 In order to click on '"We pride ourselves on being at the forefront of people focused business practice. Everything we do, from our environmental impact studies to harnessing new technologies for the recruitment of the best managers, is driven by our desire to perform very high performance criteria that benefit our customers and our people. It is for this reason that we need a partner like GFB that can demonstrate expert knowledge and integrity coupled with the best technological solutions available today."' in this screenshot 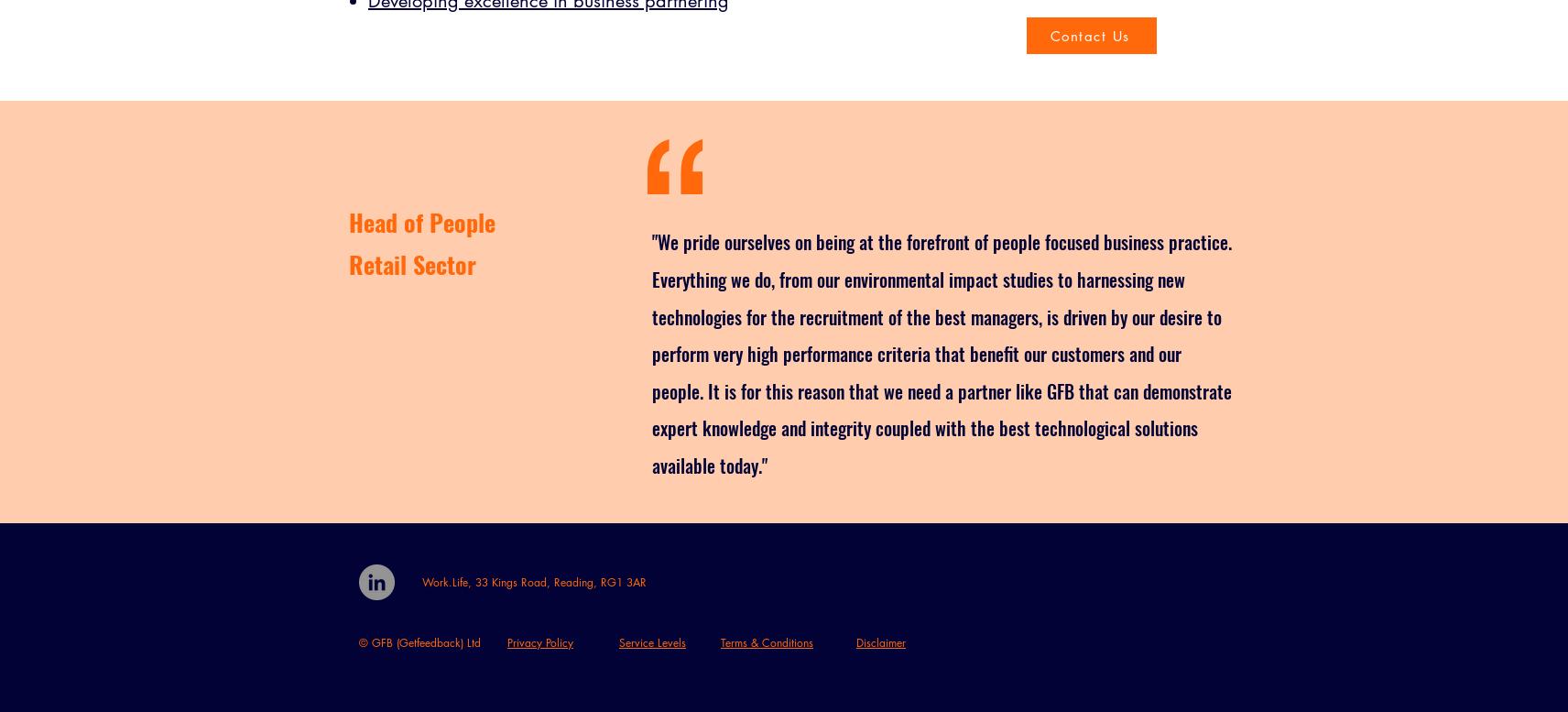, I will do `click(941, 353)`.